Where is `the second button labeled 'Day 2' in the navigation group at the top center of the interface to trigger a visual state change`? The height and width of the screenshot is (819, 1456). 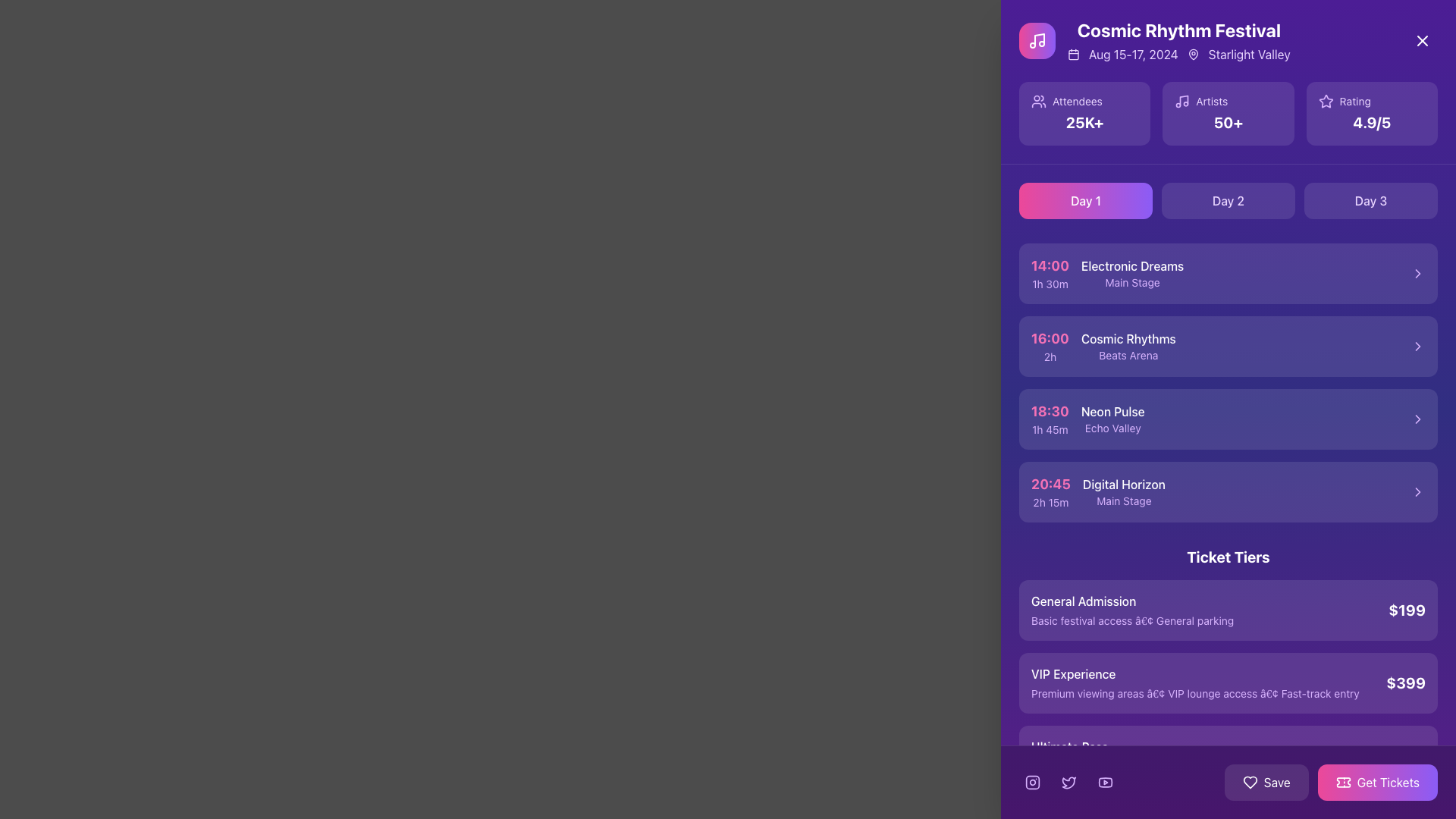
the second button labeled 'Day 2' in the navigation group at the top center of the interface to trigger a visual state change is located at coordinates (1228, 200).